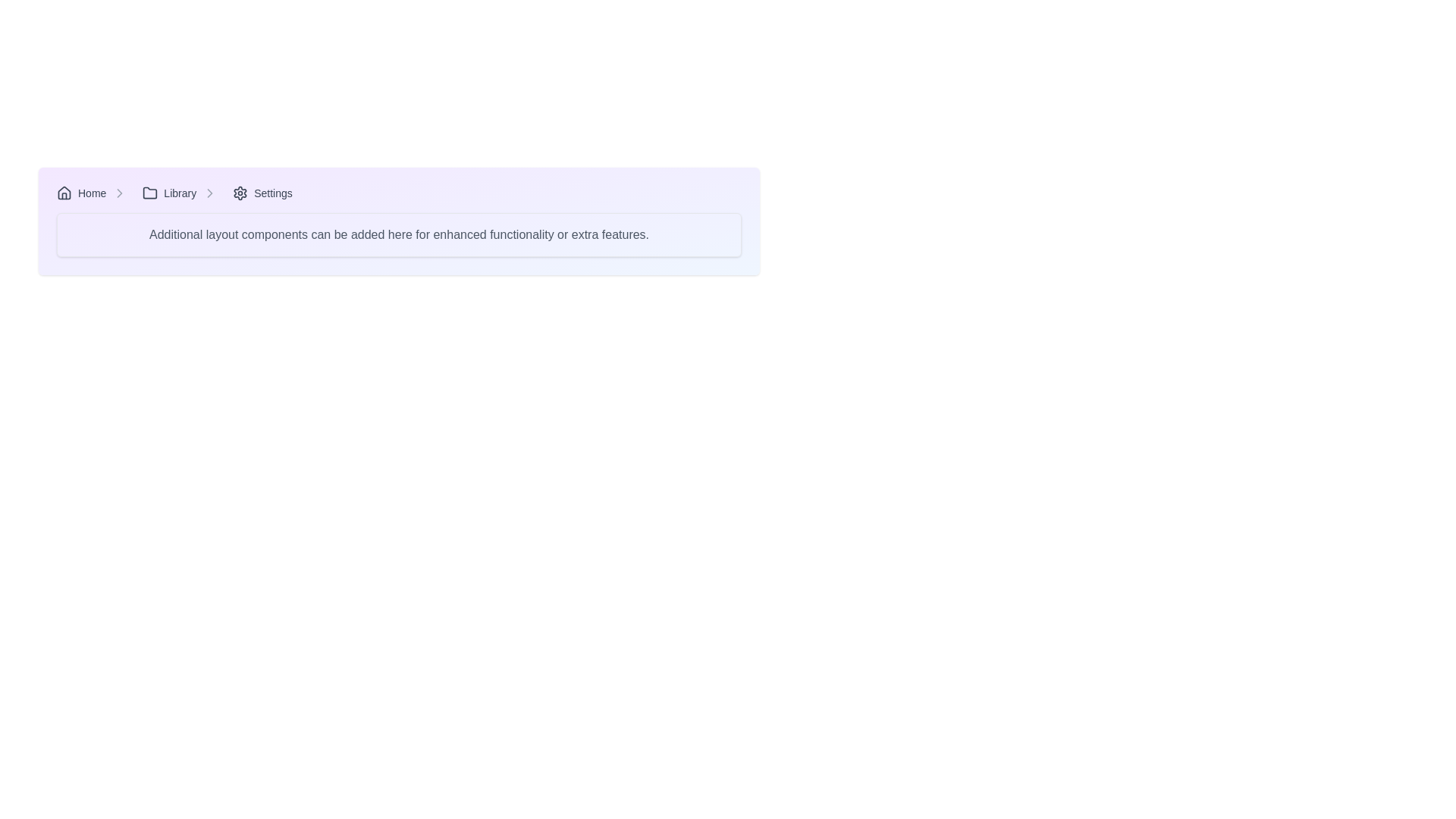 This screenshot has width=1456, height=819. Describe the element at coordinates (262, 192) in the screenshot. I see `the 'Settings' link with gear icon in the breadcrumb navigation` at that location.